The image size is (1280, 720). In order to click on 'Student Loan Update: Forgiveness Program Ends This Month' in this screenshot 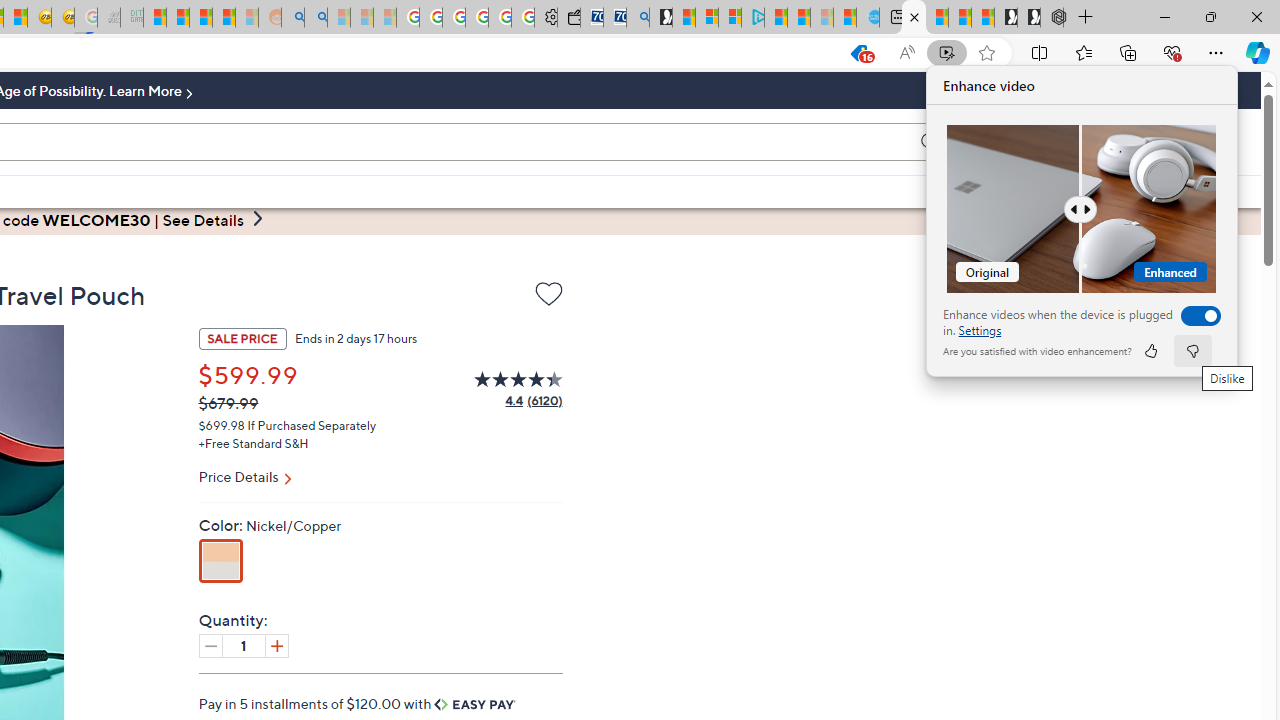, I will do `click(224, 17)`.